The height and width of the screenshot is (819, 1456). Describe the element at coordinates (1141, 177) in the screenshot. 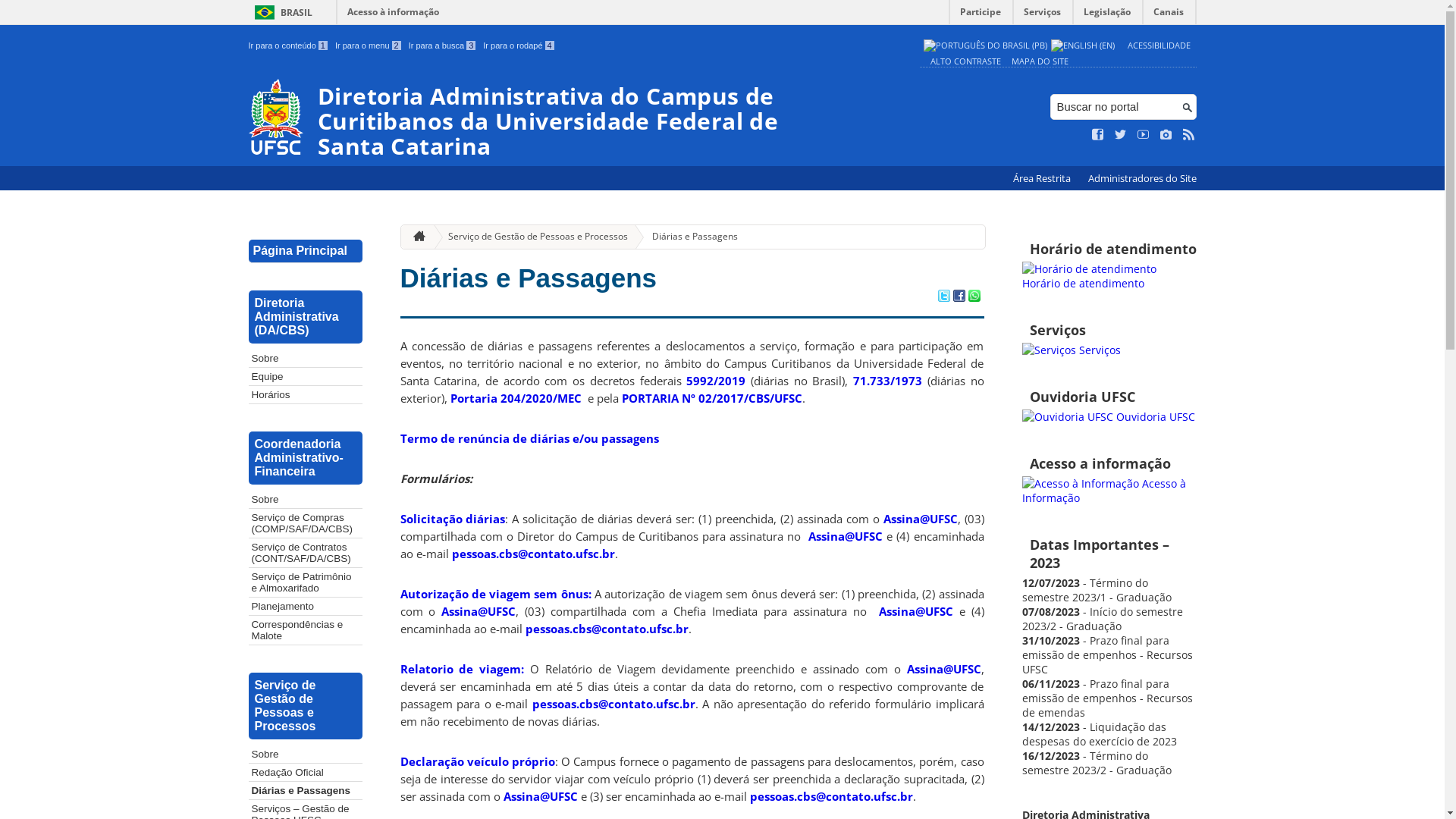

I see `'Administradores do Site'` at that location.